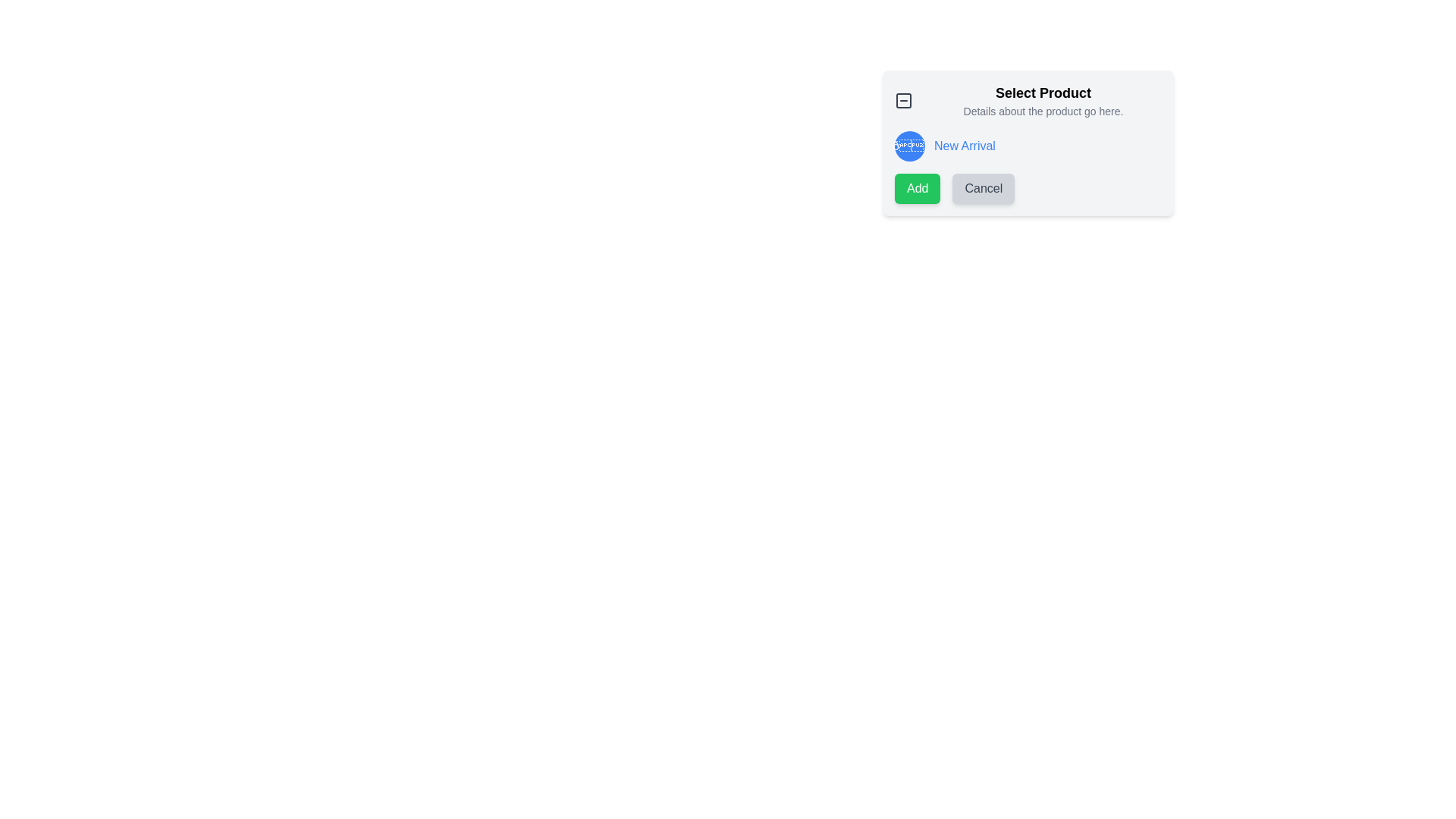 The image size is (1456, 819). Describe the element at coordinates (903, 100) in the screenshot. I see `the icon button located to the left of the 'Select Product' title text in the popup dialog` at that location.